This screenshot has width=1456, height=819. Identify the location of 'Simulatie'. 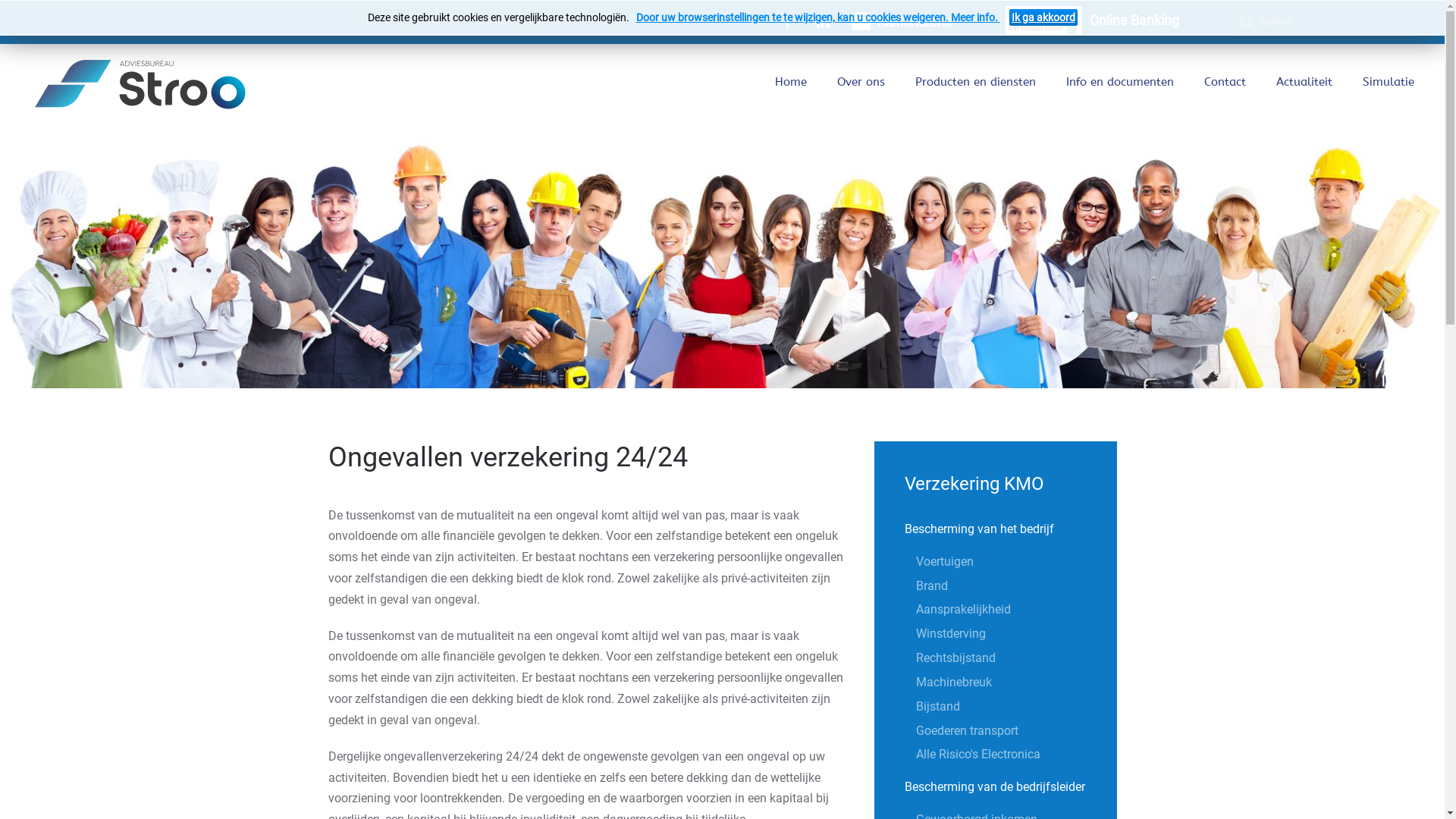
(1388, 82).